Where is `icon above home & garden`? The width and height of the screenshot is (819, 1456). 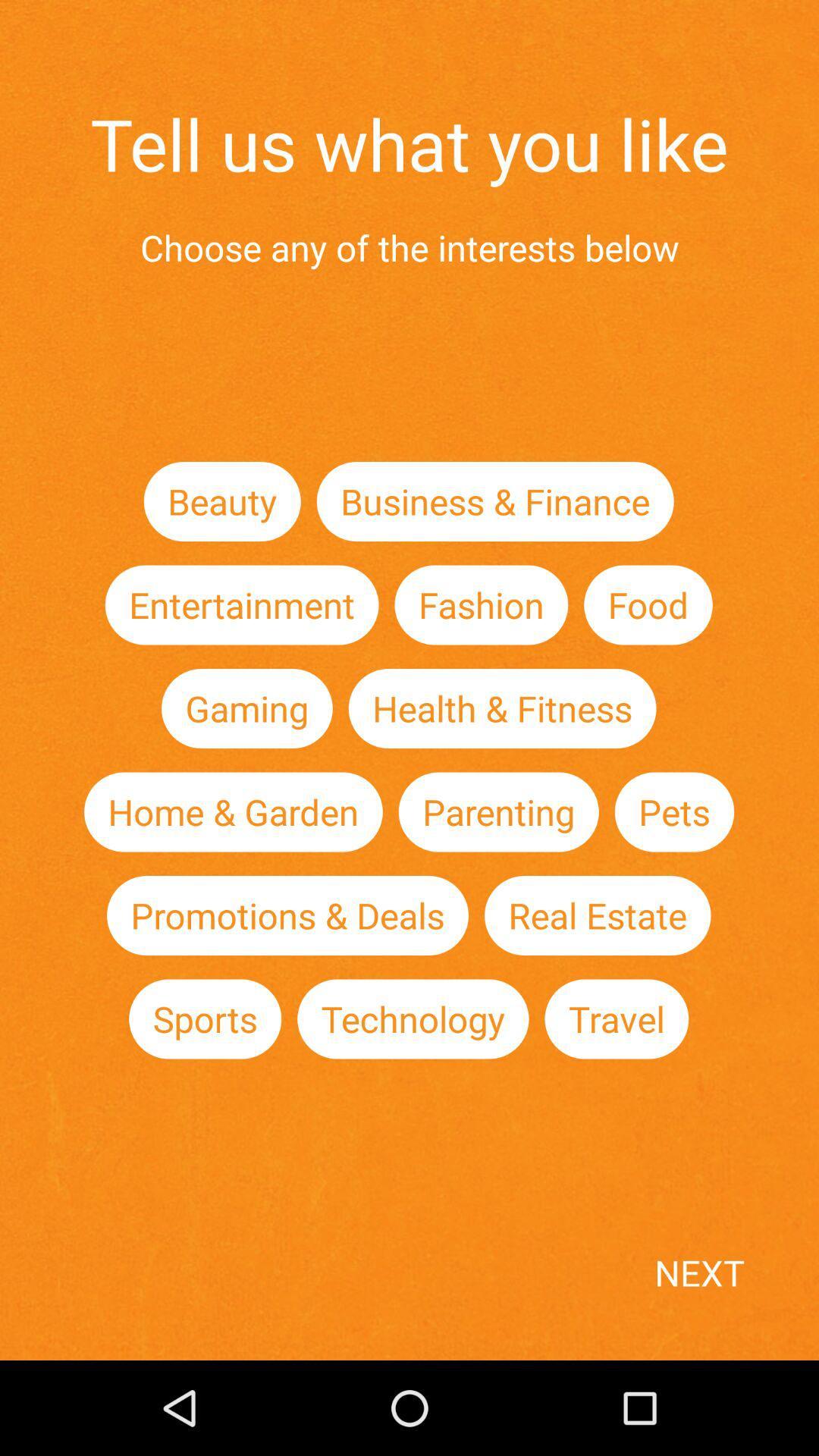
icon above home & garden is located at coordinates (246, 708).